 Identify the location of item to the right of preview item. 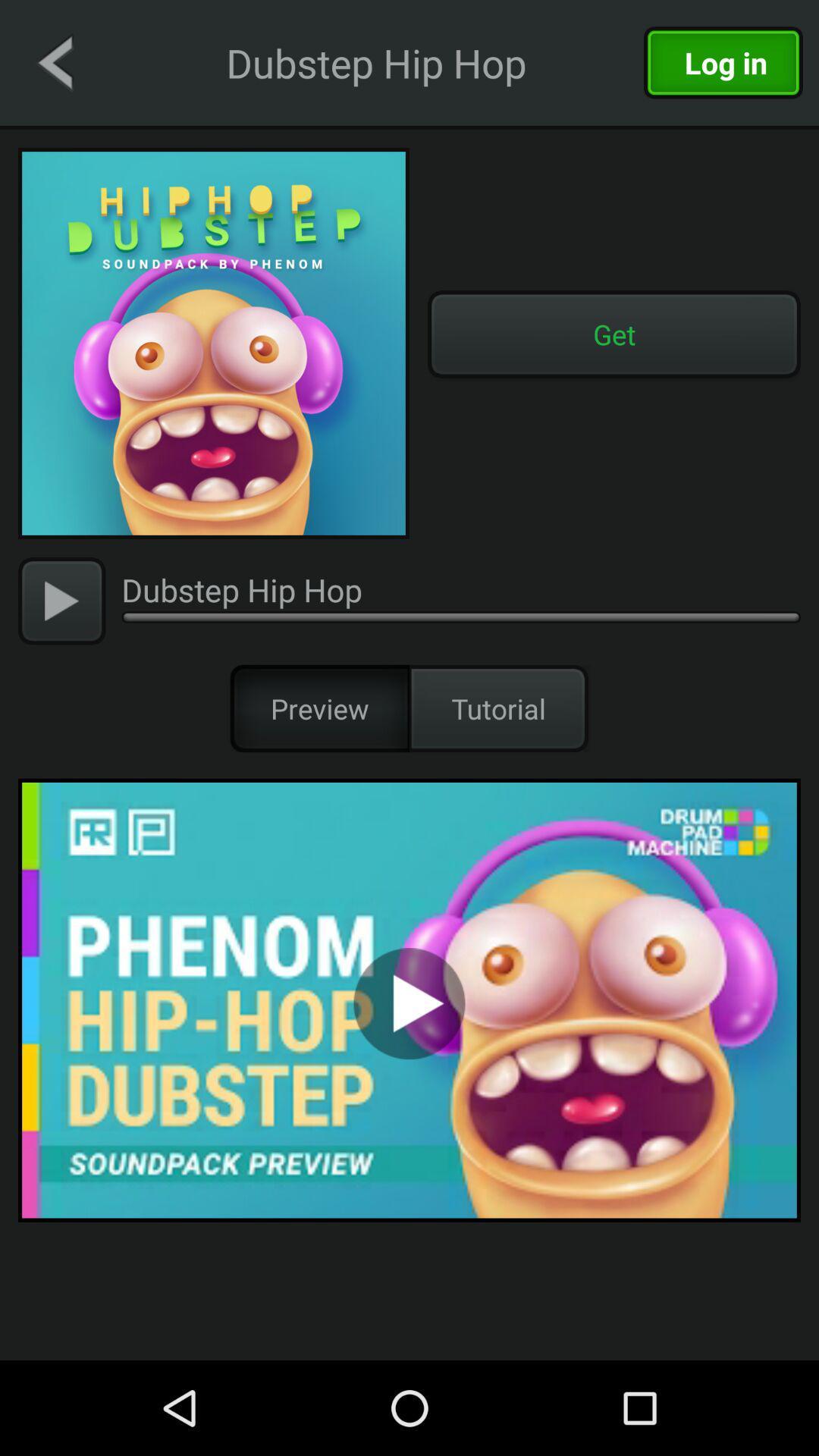
(499, 708).